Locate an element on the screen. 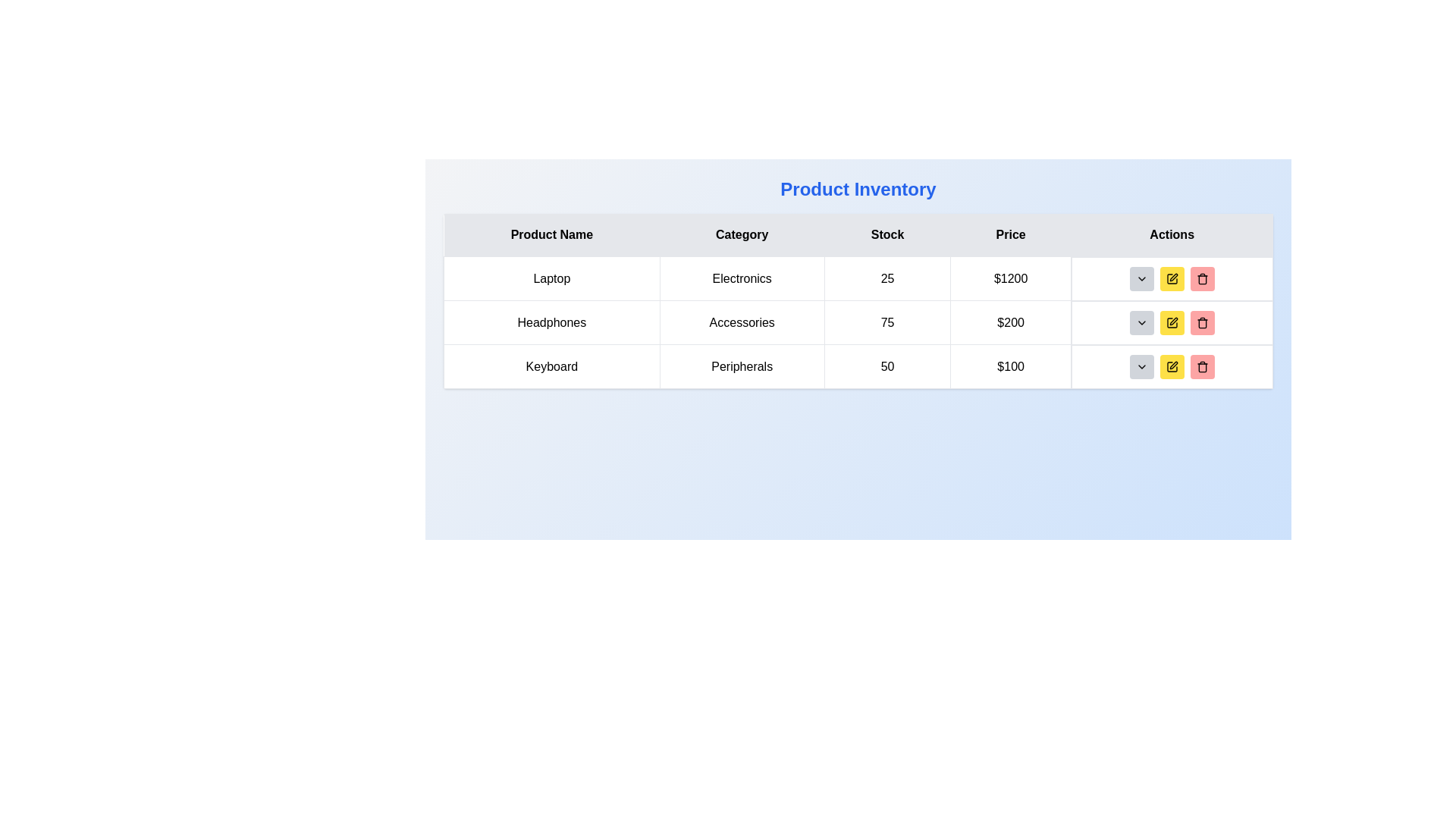  the downward-pointing chevron icon in the 'Actions' column of the third row in the table is located at coordinates (1141, 366).